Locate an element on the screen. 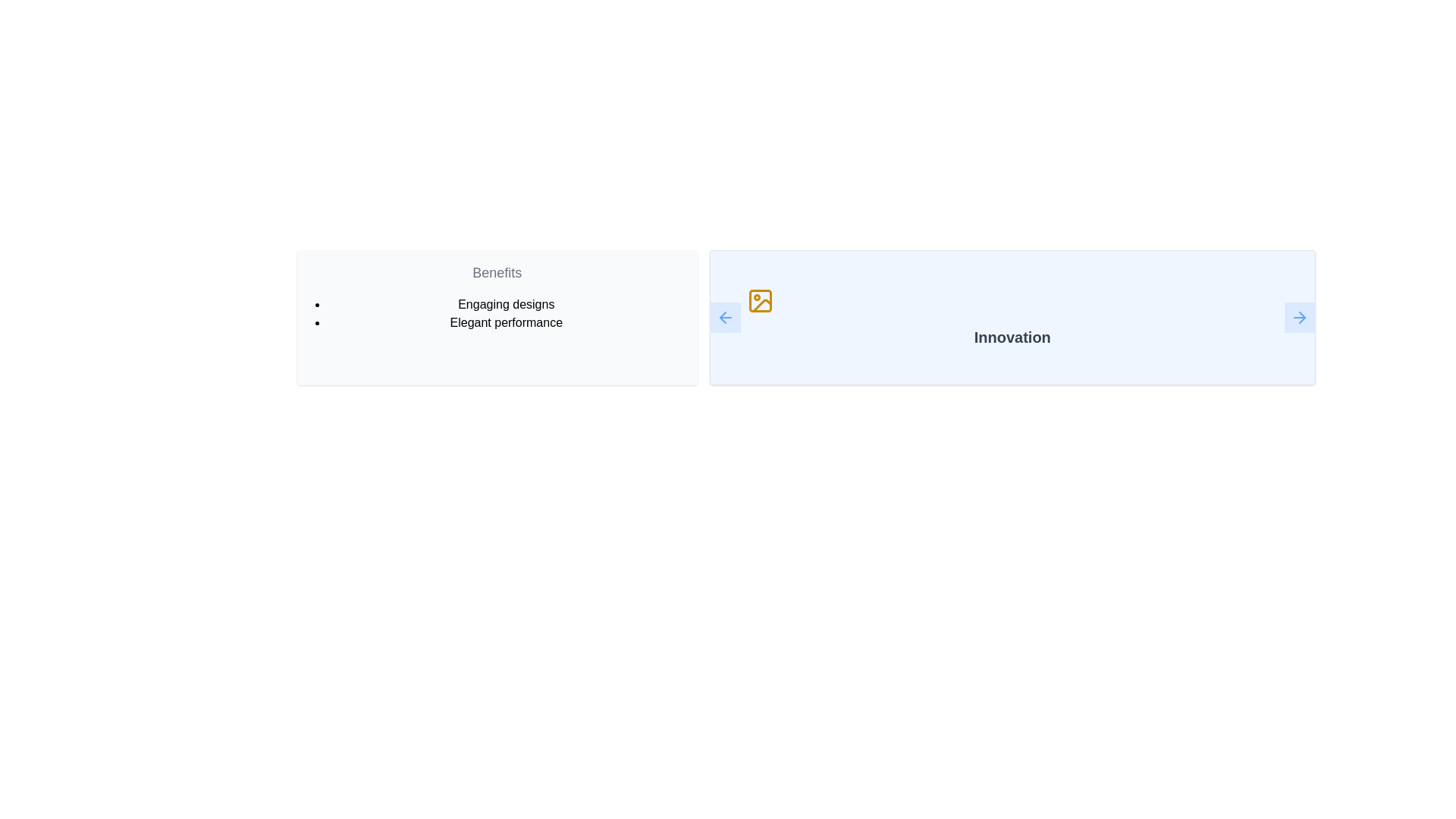 The image size is (1456, 819). the left blue button with an arrow icon pointing to the left is located at coordinates (724, 317).